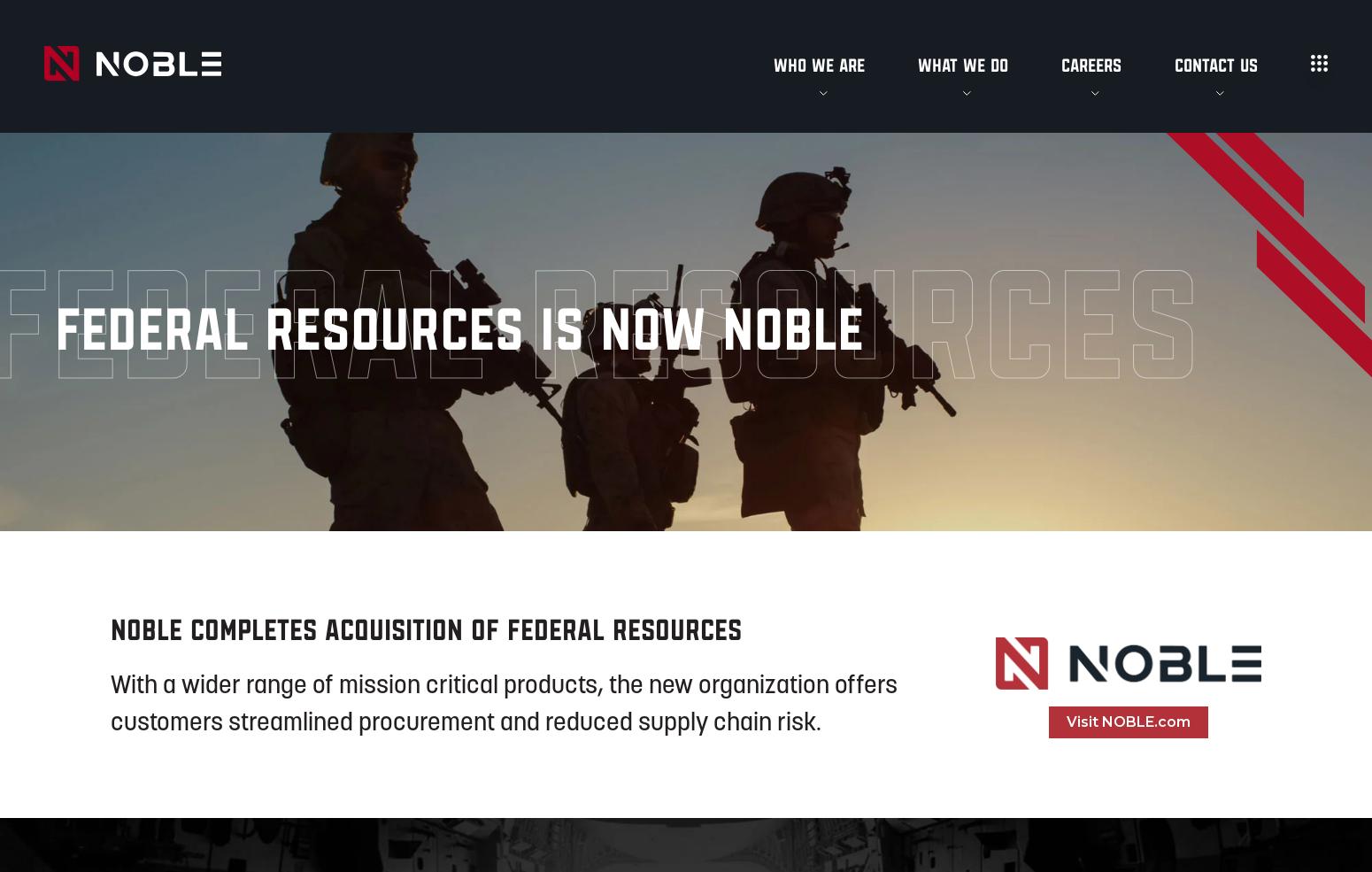 This screenshot has height=872, width=1372. Describe the element at coordinates (1091, 64) in the screenshot. I see `'Careers'` at that location.